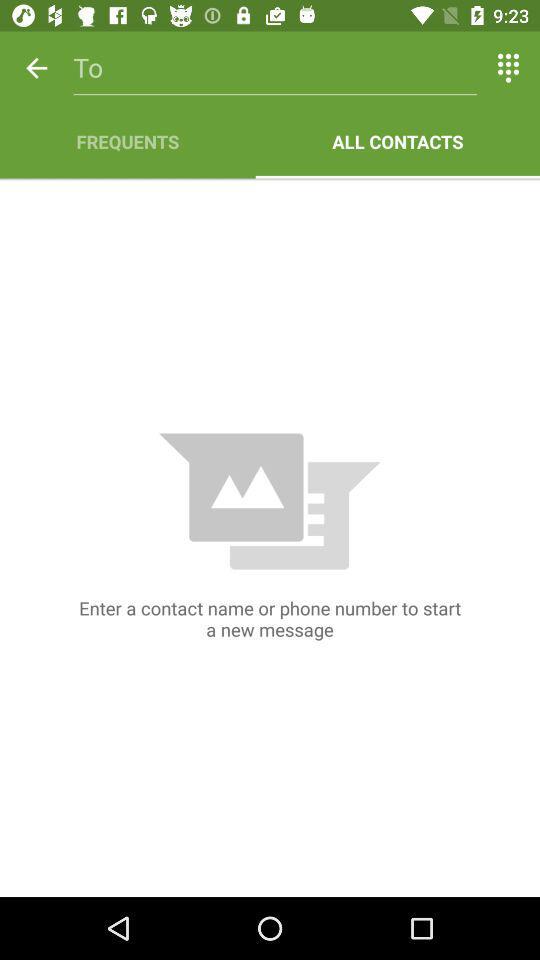 The image size is (540, 960). What do you see at coordinates (274, 68) in the screenshot?
I see `the app above the frequents` at bounding box center [274, 68].